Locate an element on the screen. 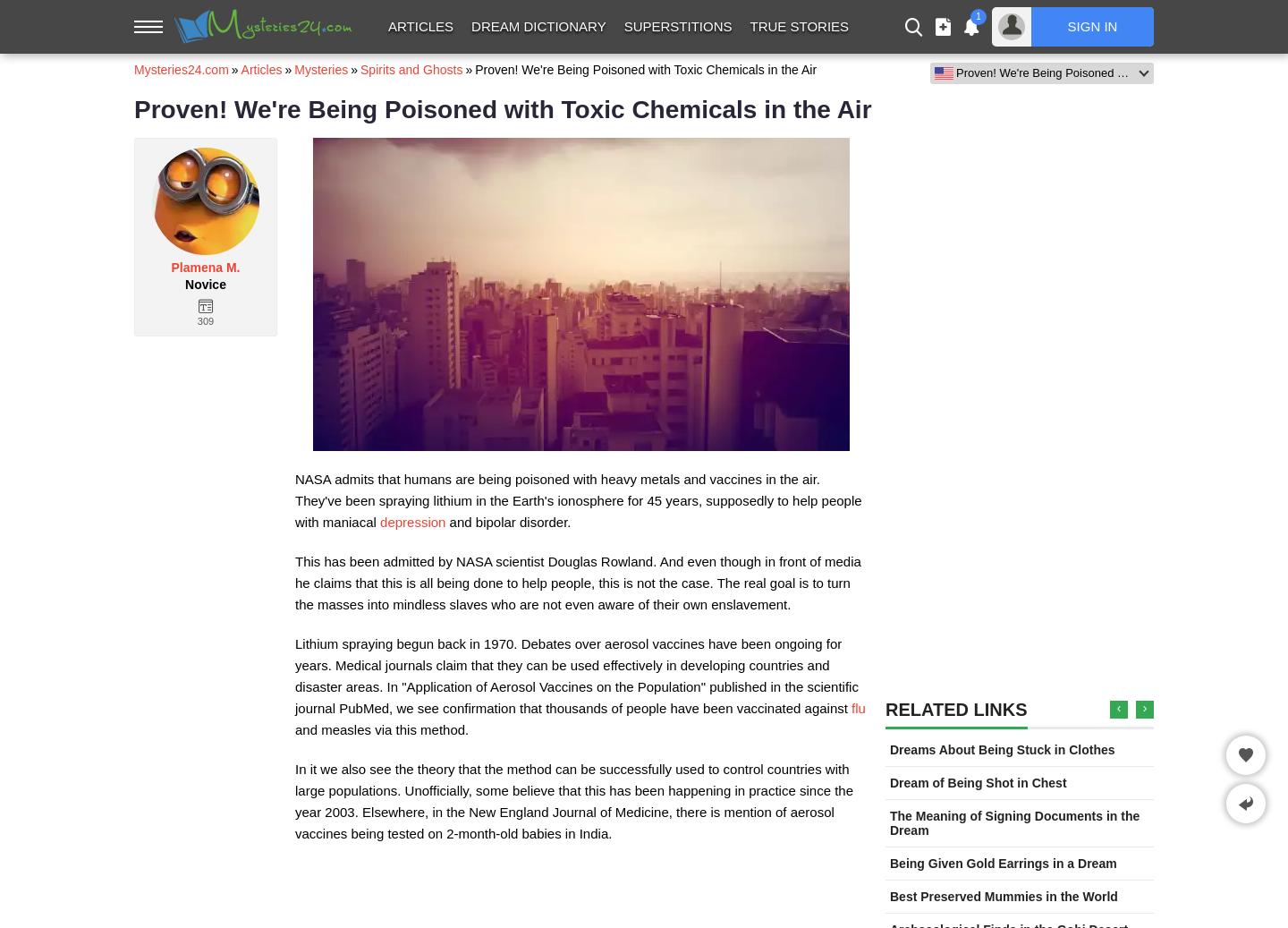 This screenshot has width=1288, height=928. 'The Meaning of Signing Documents in the Dream' is located at coordinates (1013, 823).